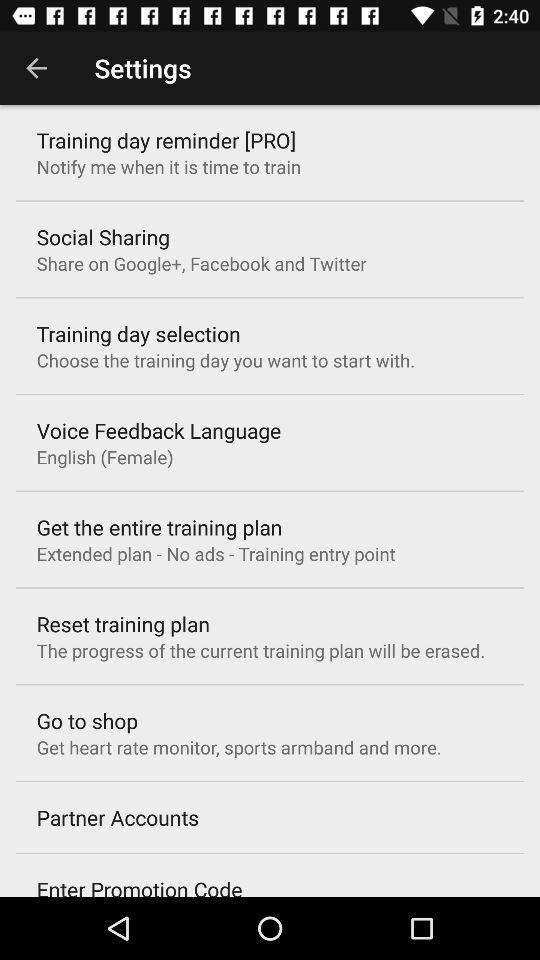  I want to click on item next to the settings app, so click(36, 68).